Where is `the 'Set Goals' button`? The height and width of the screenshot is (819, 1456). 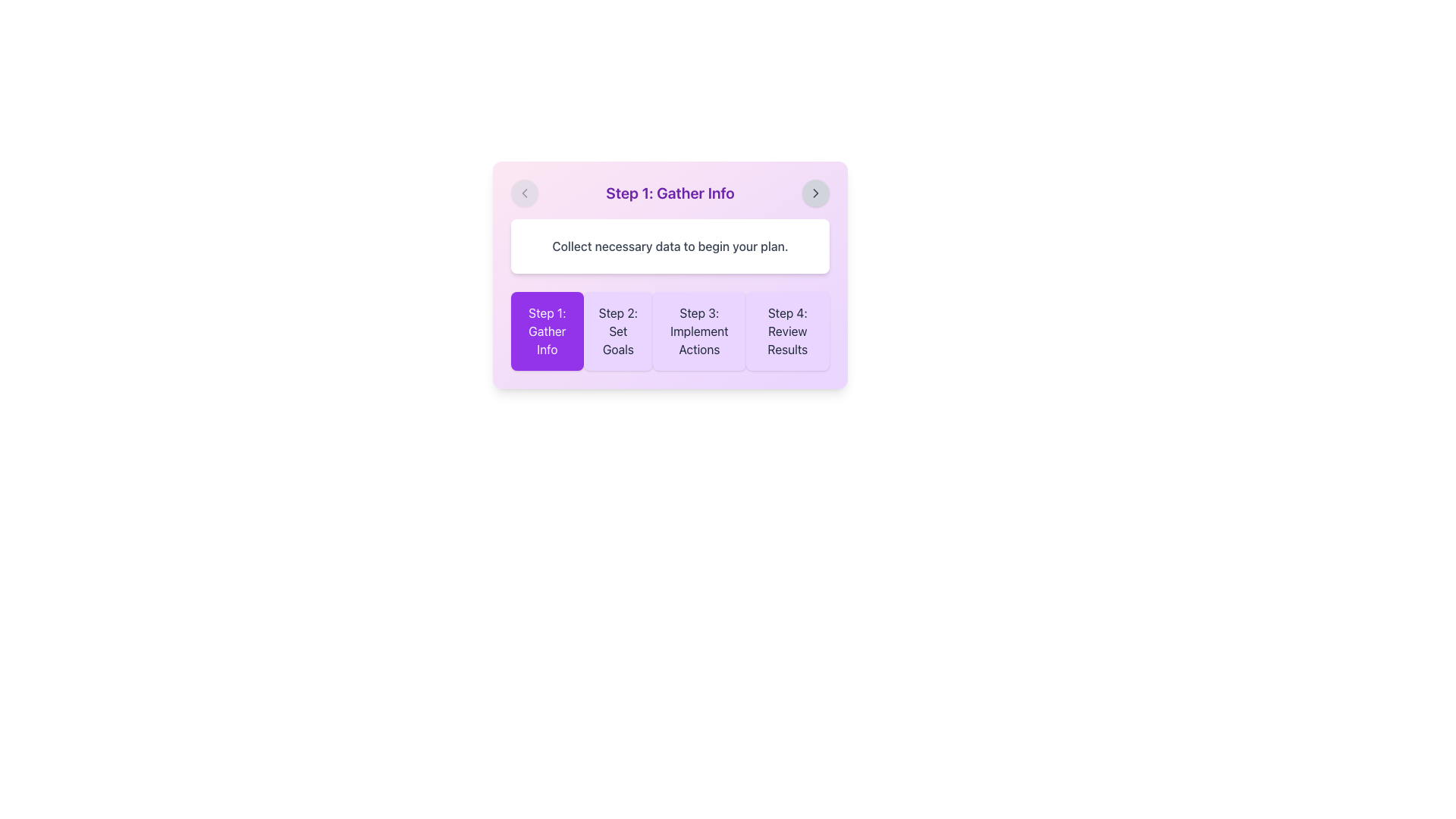 the 'Set Goals' button is located at coordinates (618, 330).